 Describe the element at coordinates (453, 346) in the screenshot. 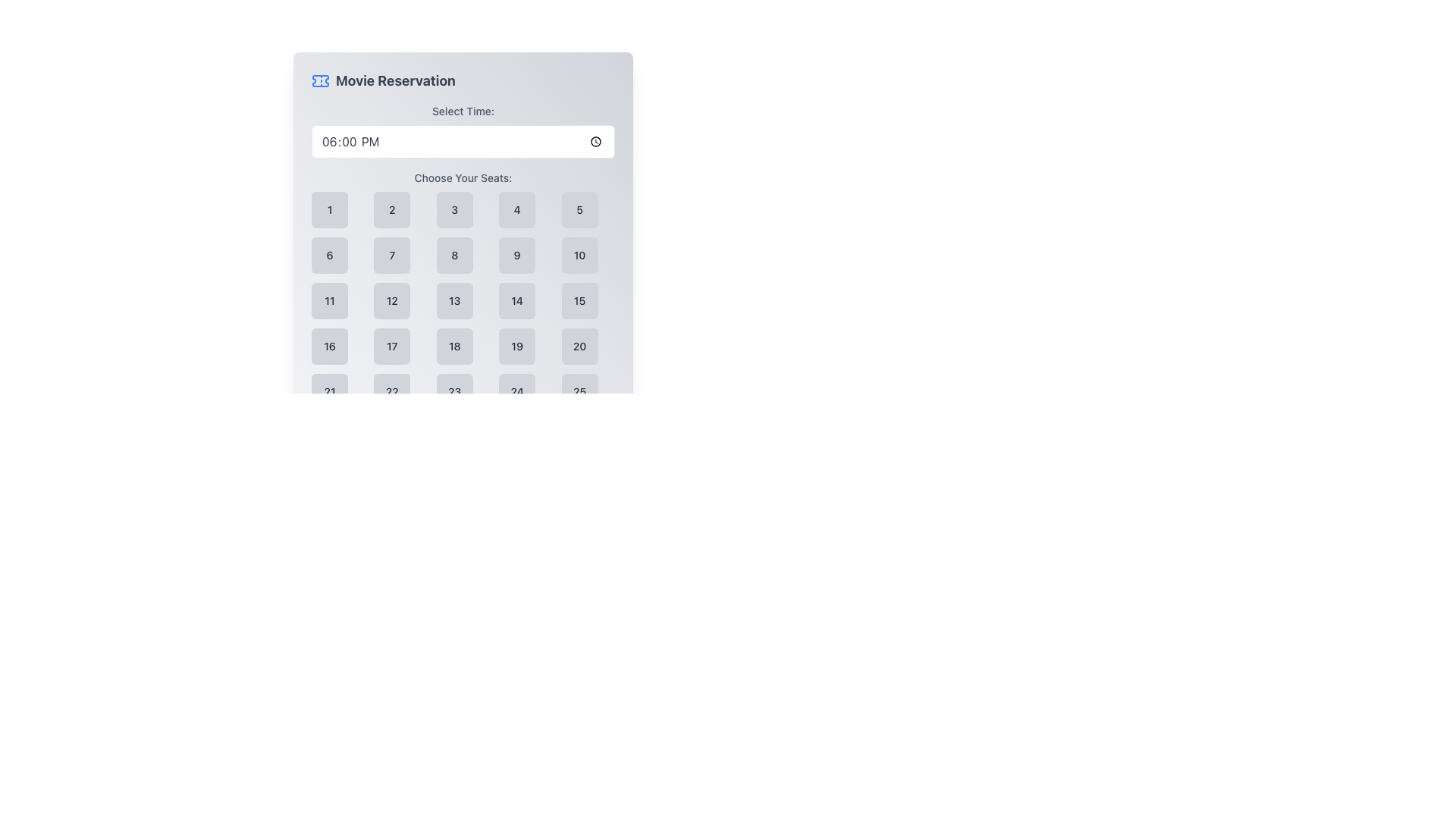

I see `the button located in the fourth row and third column of a 5-column grid layout` at that location.